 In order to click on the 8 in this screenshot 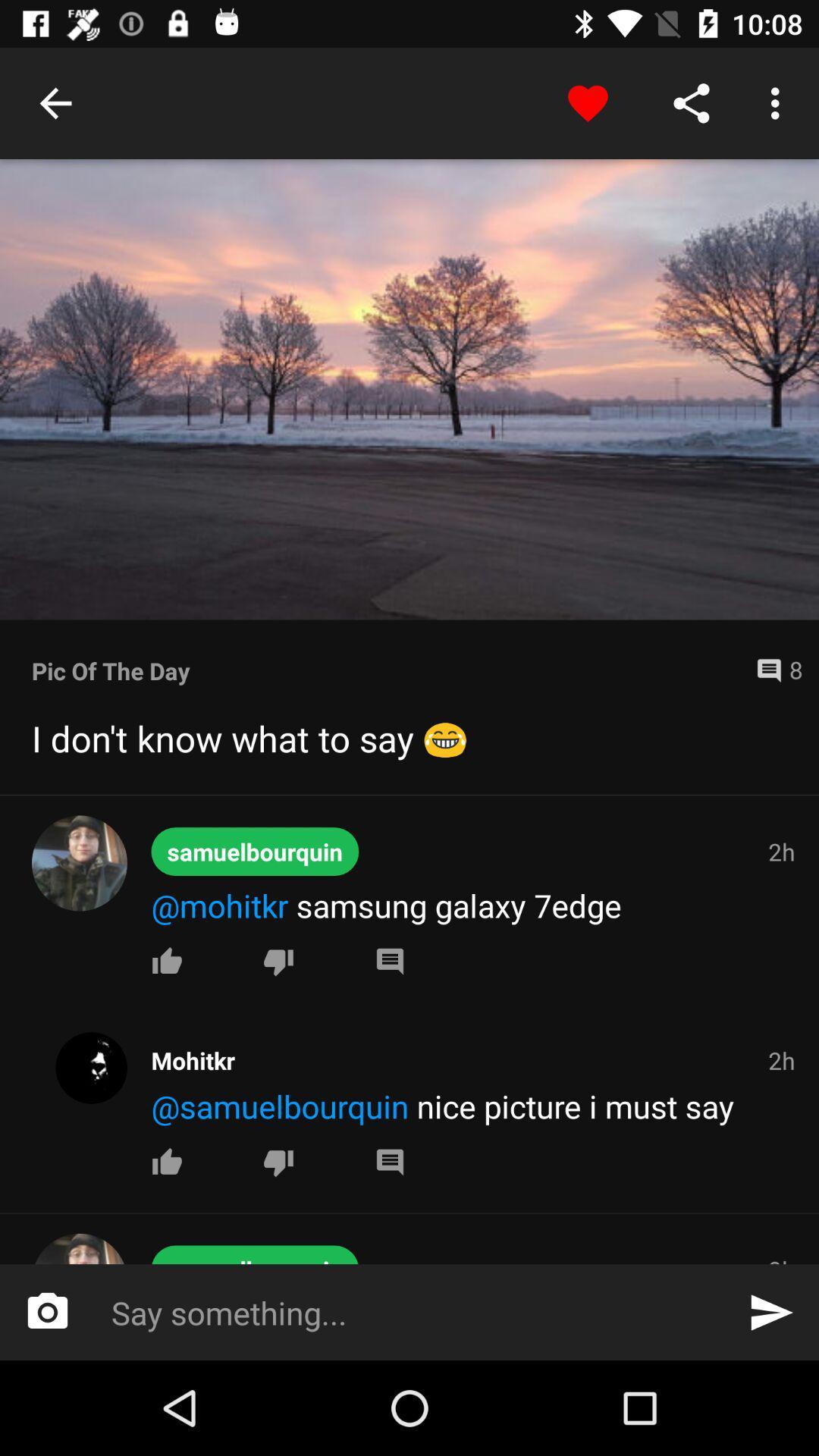, I will do `click(773, 670)`.